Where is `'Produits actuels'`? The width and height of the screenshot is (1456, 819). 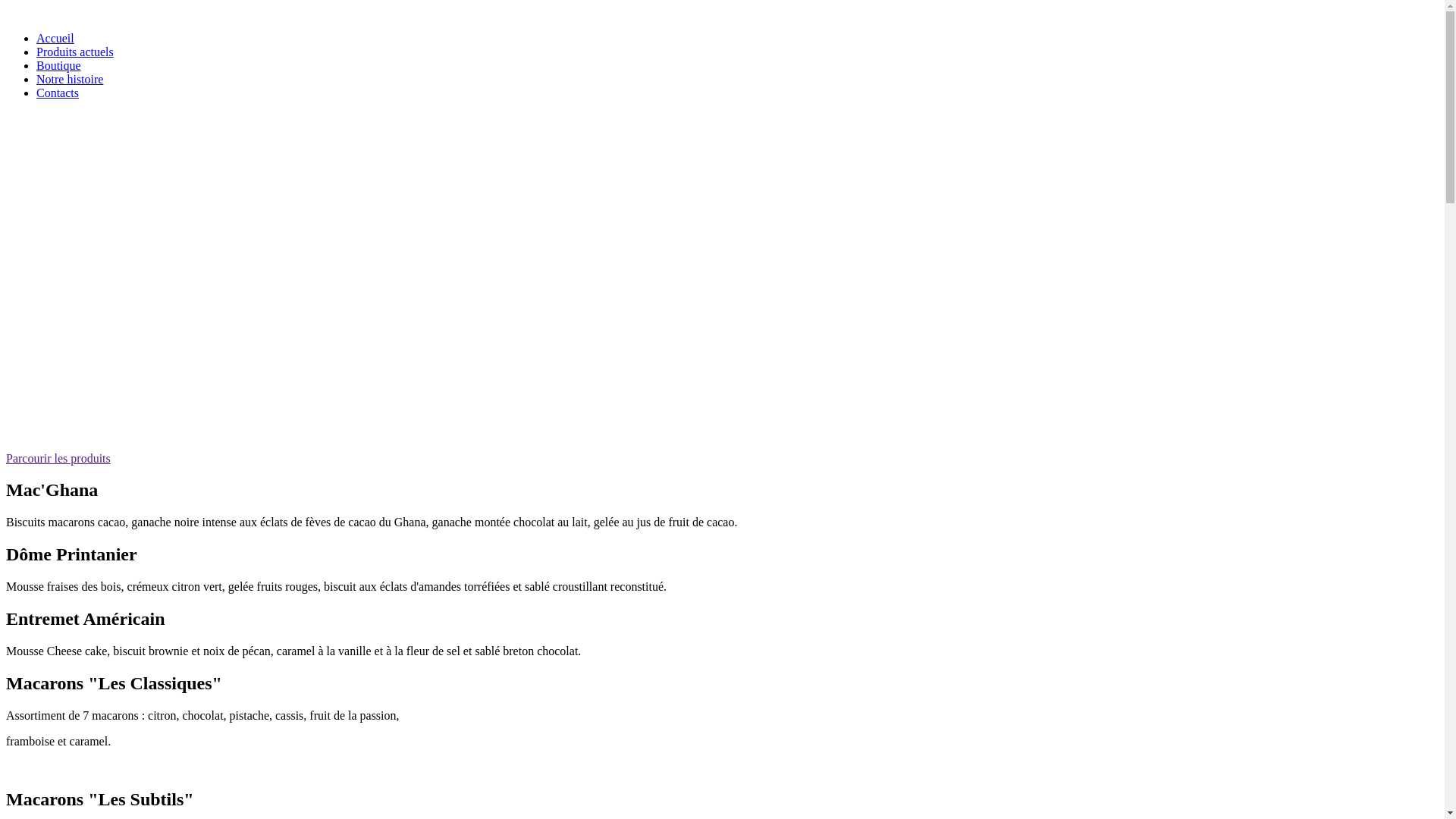
'Produits actuels' is located at coordinates (74, 51).